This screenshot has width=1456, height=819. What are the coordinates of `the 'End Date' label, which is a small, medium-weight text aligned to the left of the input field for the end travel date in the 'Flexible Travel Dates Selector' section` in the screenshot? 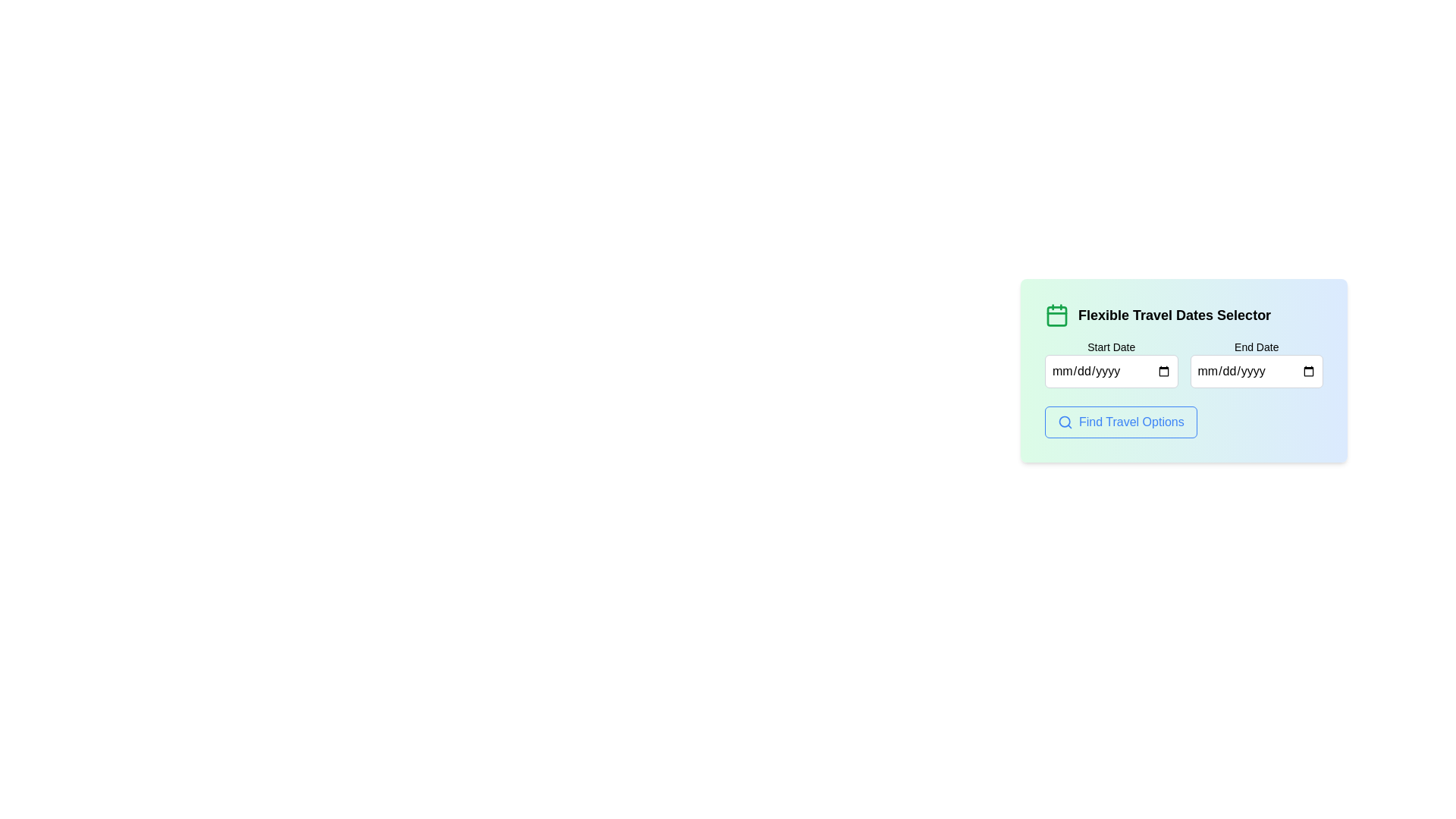 It's located at (1257, 347).